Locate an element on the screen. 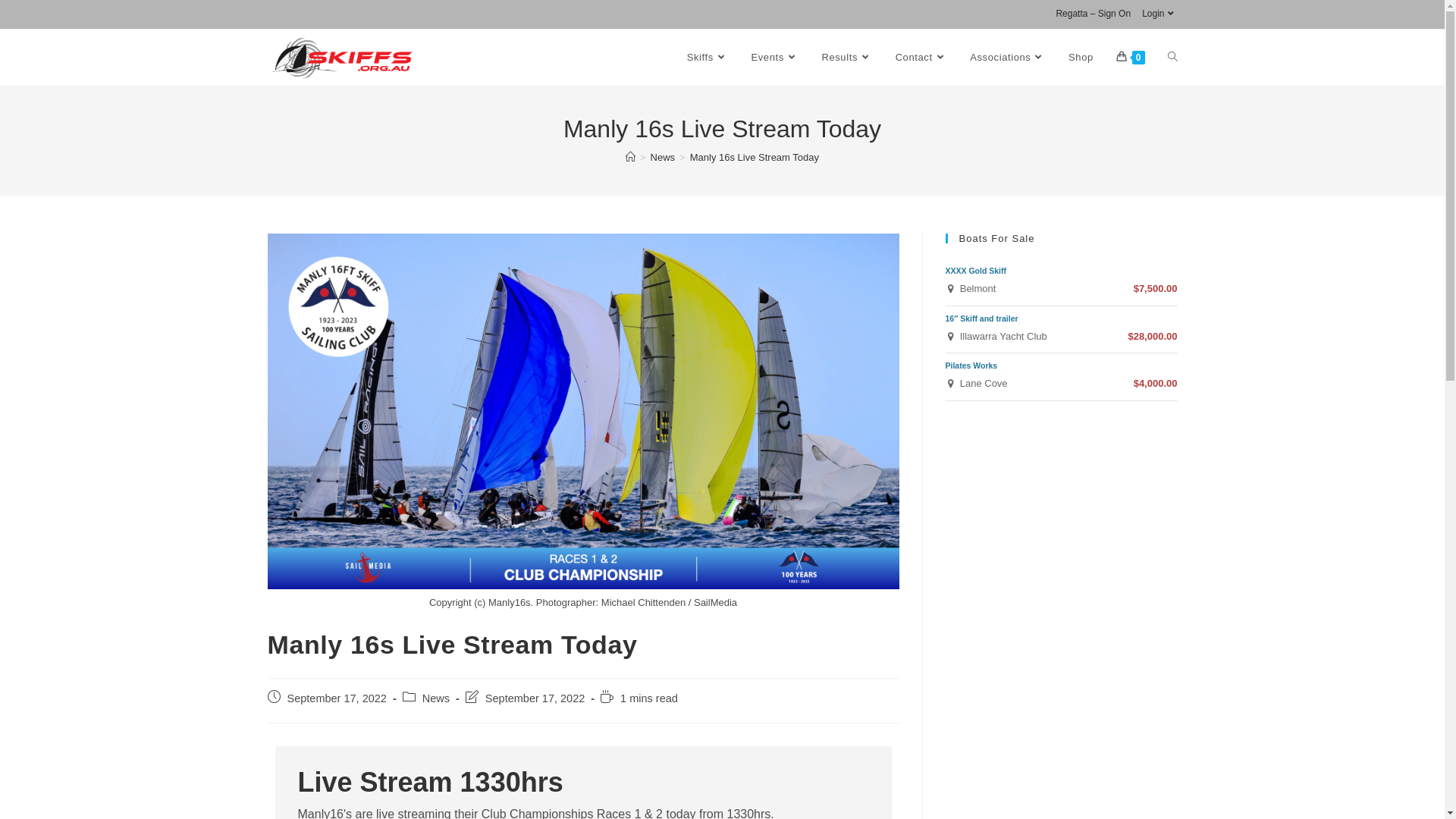 This screenshot has height=819, width=1456. 'News' is located at coordinates (651, 157).